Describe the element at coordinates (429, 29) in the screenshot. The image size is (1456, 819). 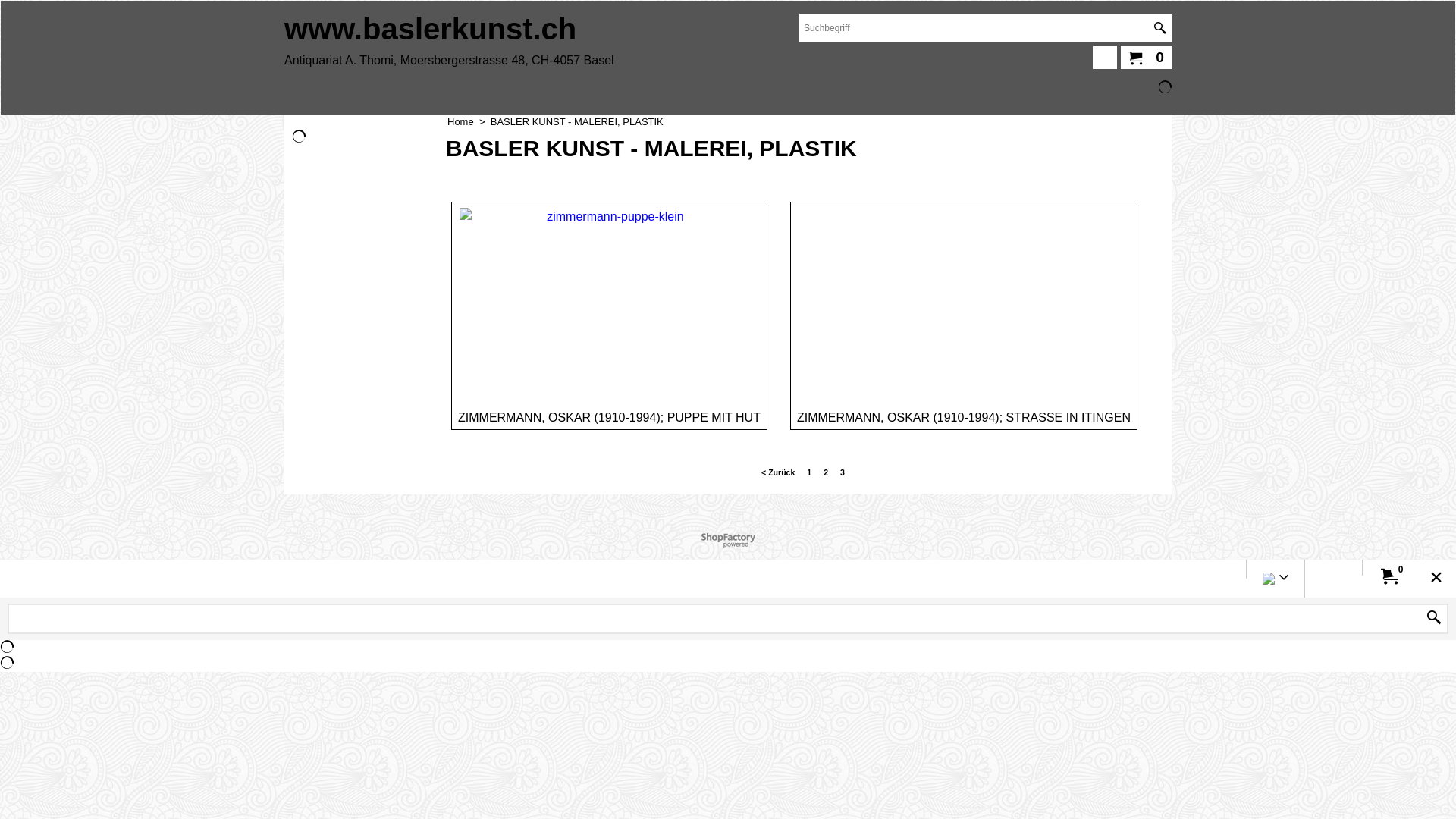
I see `'www.baslerkunst.ch'` at that location.